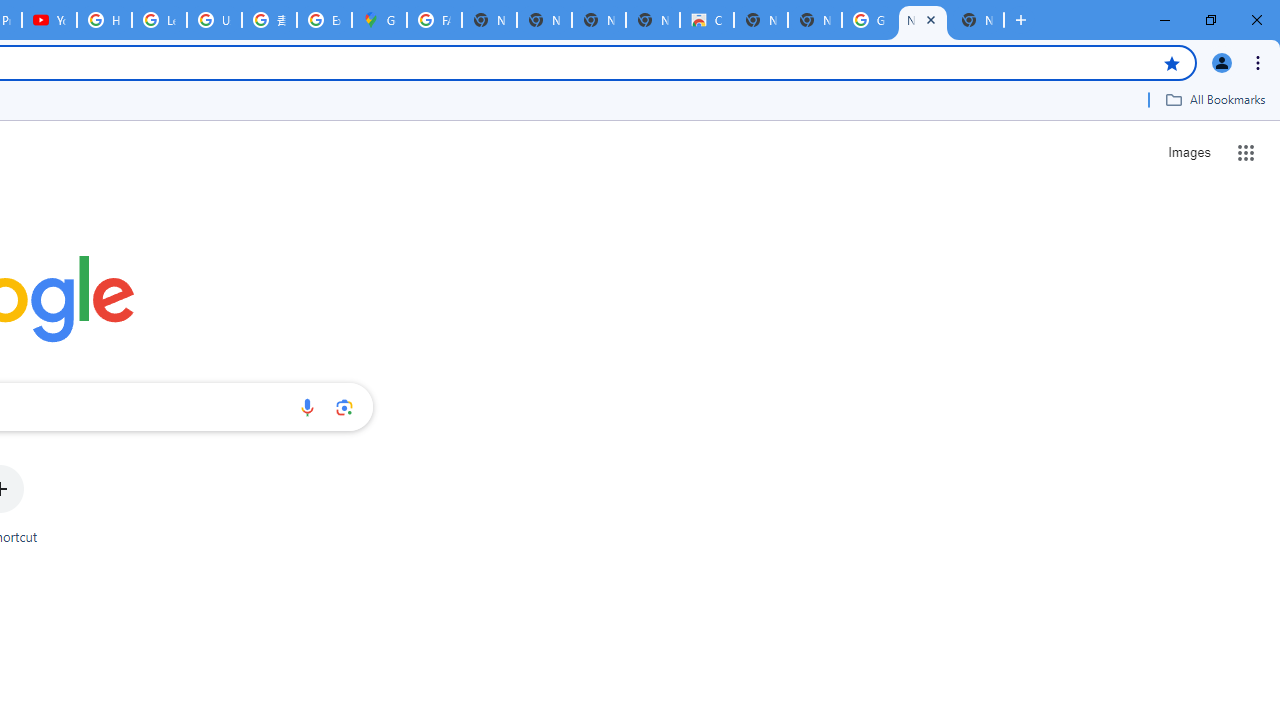 The image size is (1280, 720). Describe the element at coordinates (103, 20) in the screenshot. I see `'How Chrome protects your passwords - Google Chrome Help'` at that location.